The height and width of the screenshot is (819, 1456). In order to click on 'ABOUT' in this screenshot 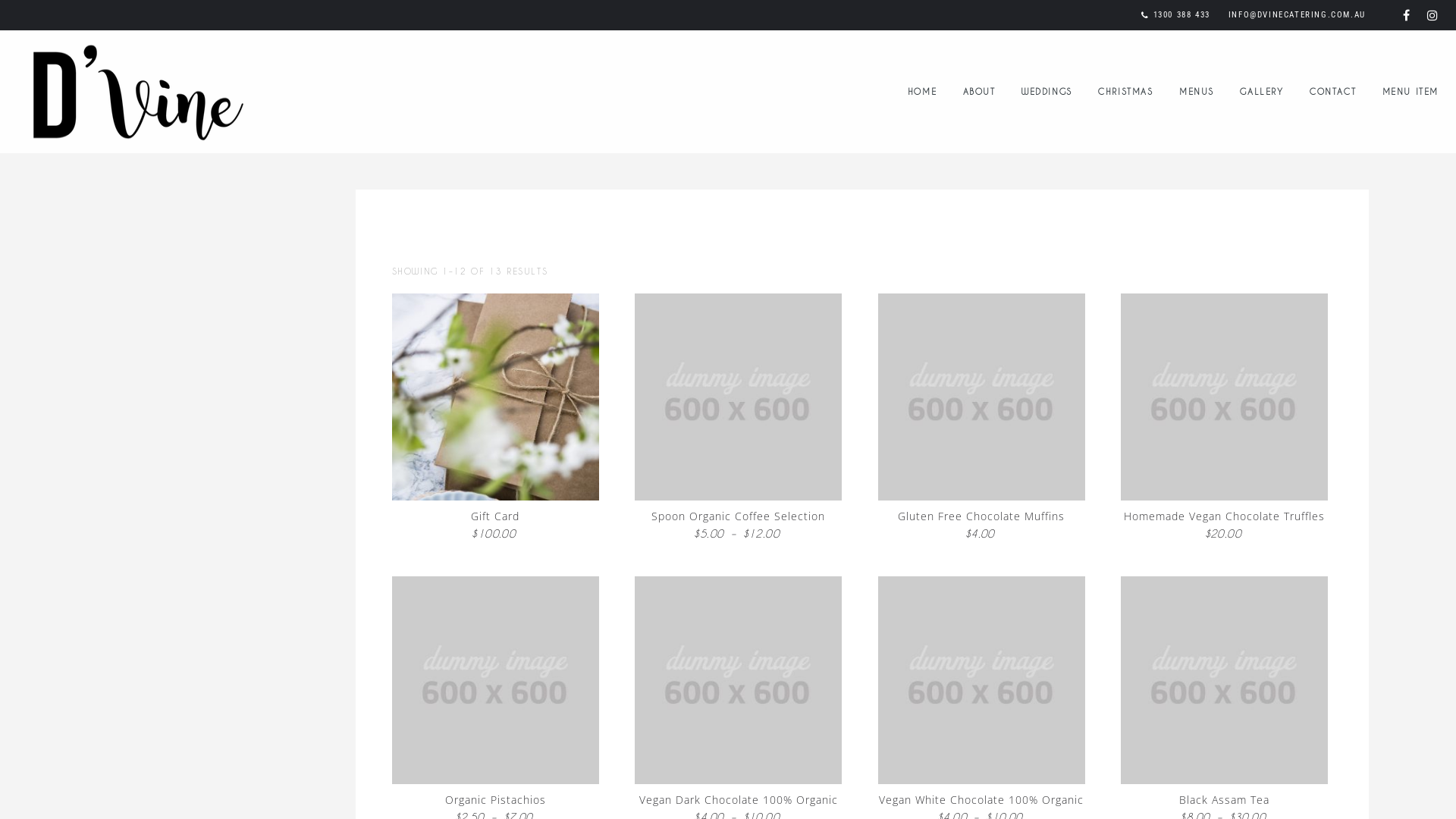, I will do `click(979, 90)`.